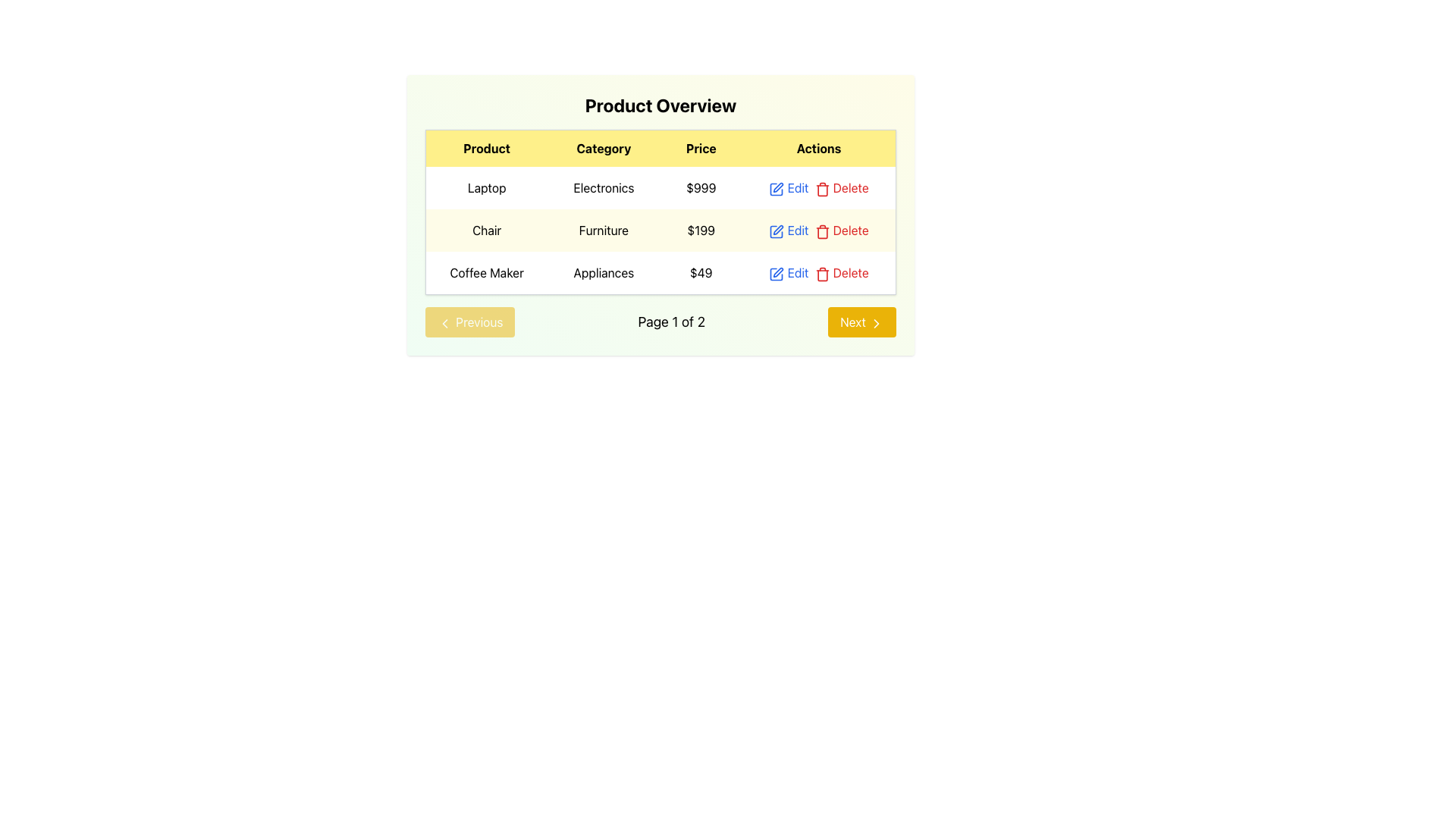 The image size is (1456, 819). I want to click on the 'Edit' button with a pen icon in the 'Actions' column of the third row of the product table, so click(789, 271).